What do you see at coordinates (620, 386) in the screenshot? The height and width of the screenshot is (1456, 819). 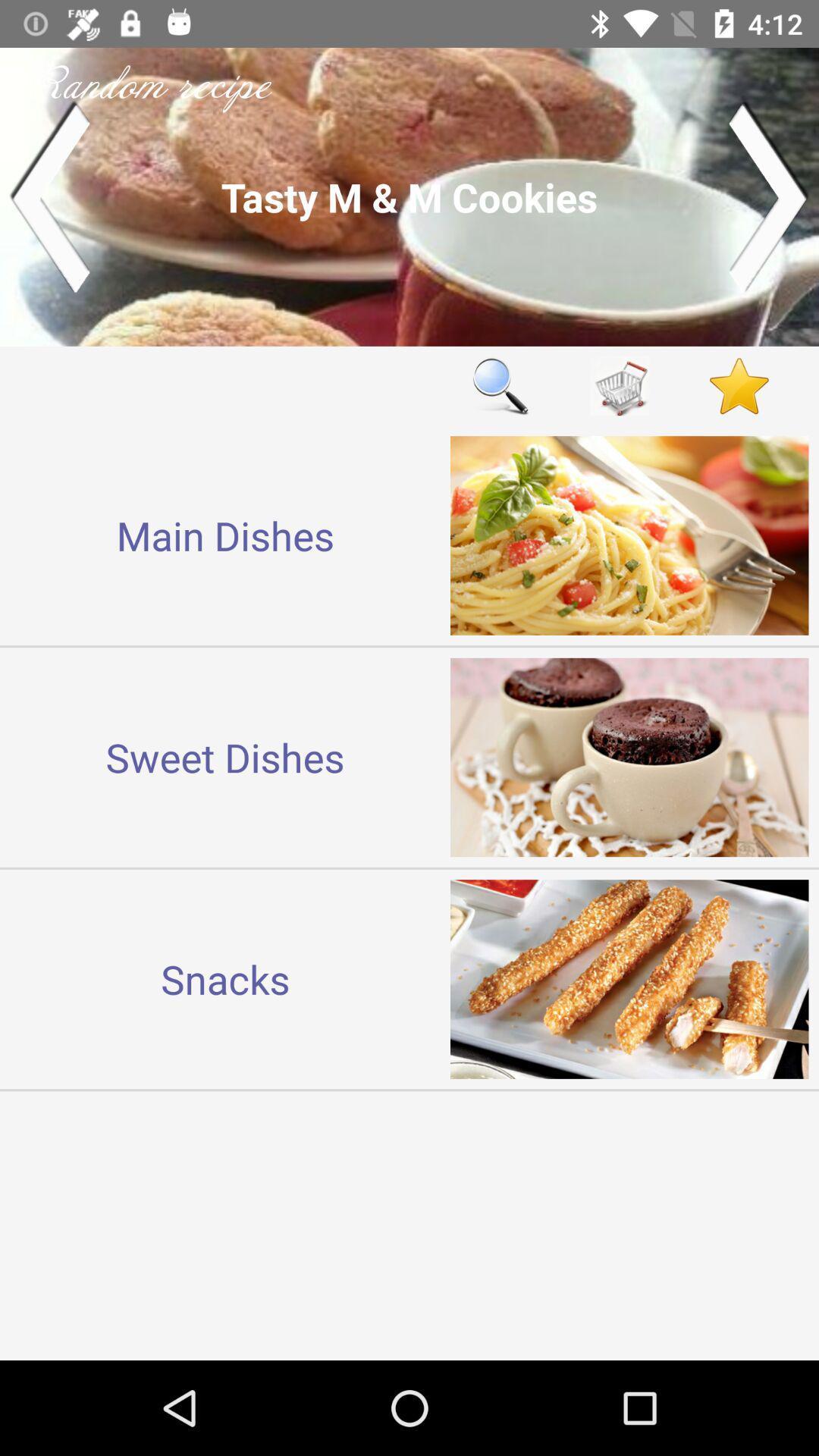 I see `open shopping cart` at bounding box center [620, 386].